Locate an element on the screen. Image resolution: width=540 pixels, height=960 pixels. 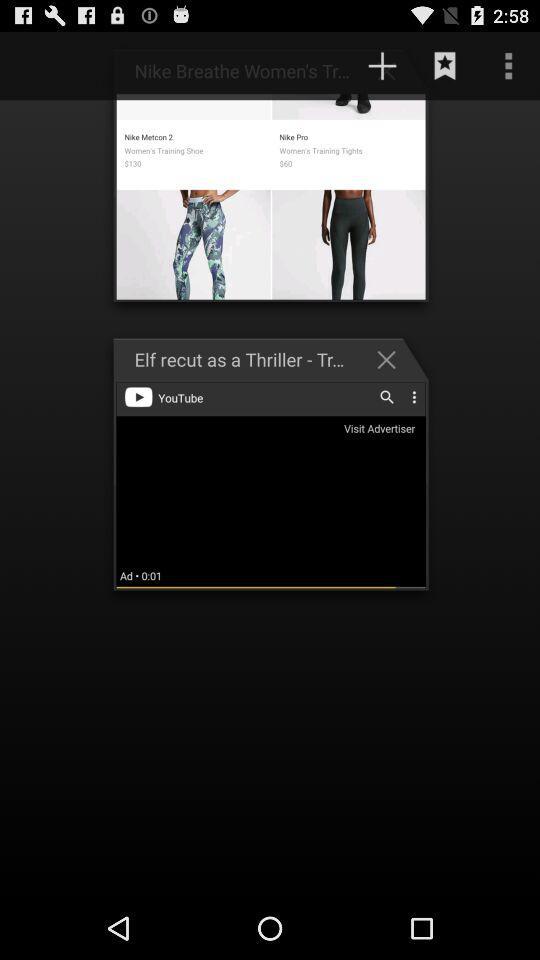
the more icon is located at coordinates (508, 70).